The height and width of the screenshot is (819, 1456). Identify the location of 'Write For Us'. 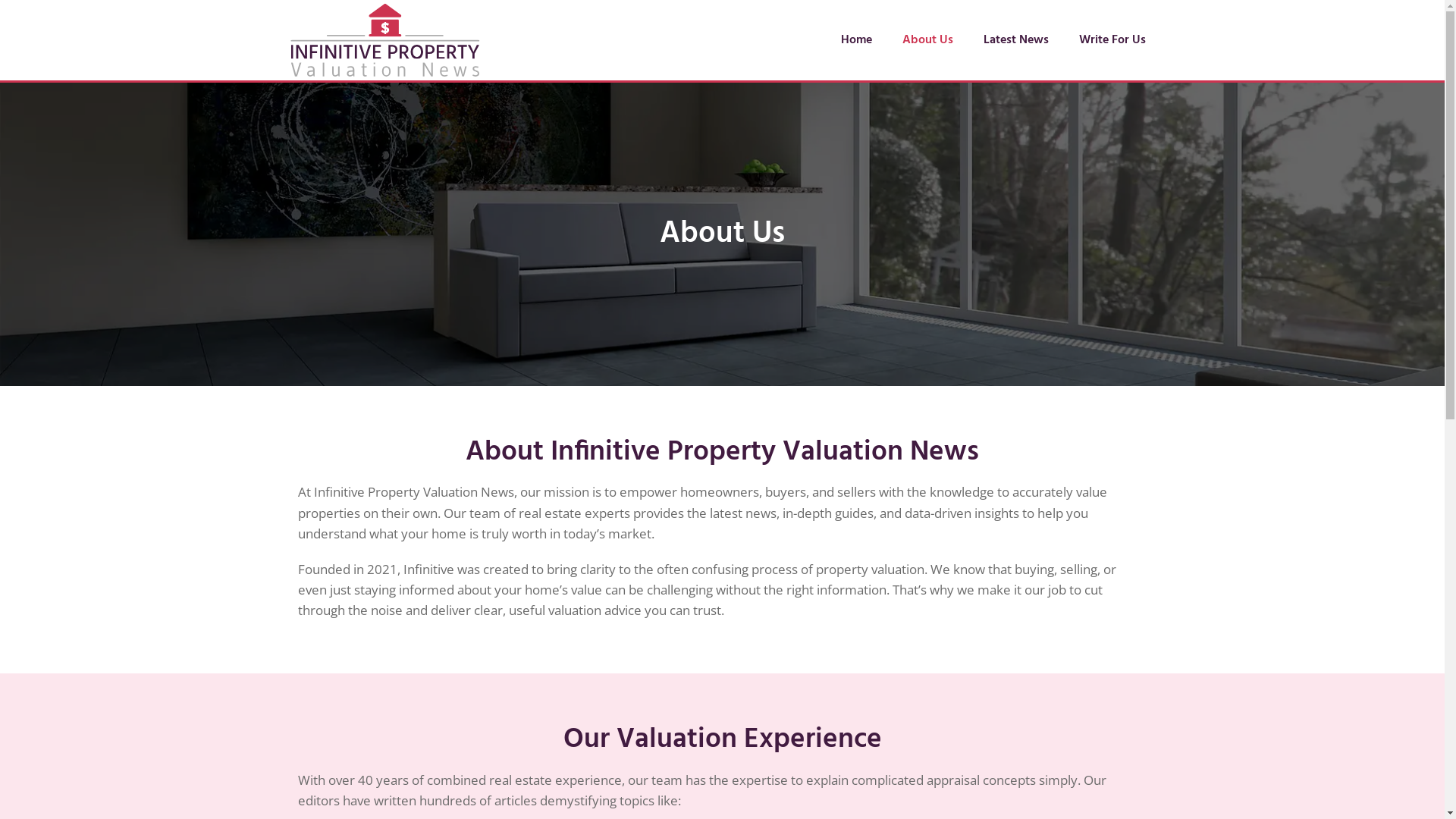
(1070, 39).